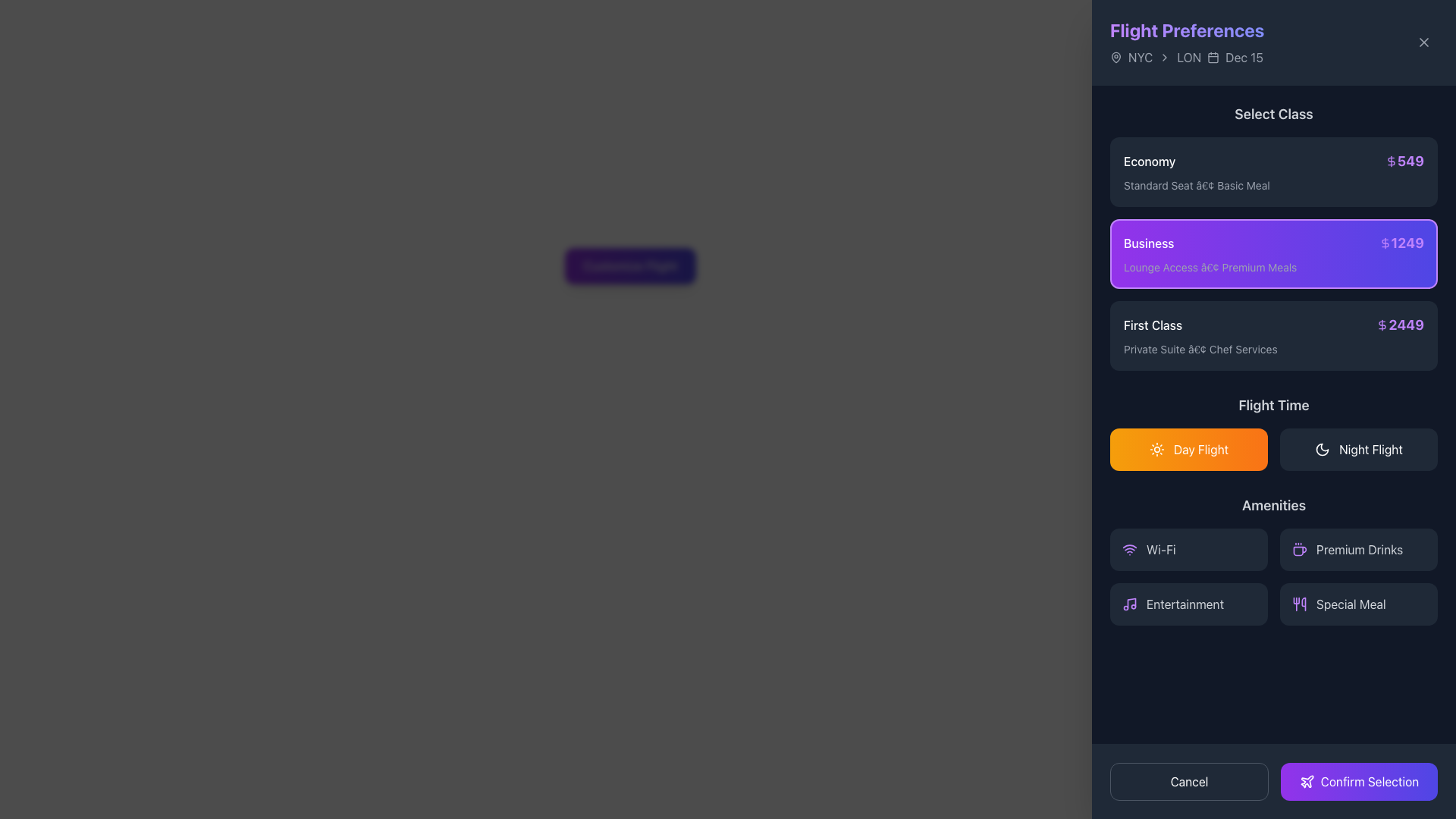 The width and height of the screenshot is (1456, 819). Describe the element at coordinates (1164, 57) in the screenshot. I see `the right arrow icon, which is a minimalist outline arrow indicating navigation from 'NYC' to 'LON', located at the center-right of the interface` at that location.